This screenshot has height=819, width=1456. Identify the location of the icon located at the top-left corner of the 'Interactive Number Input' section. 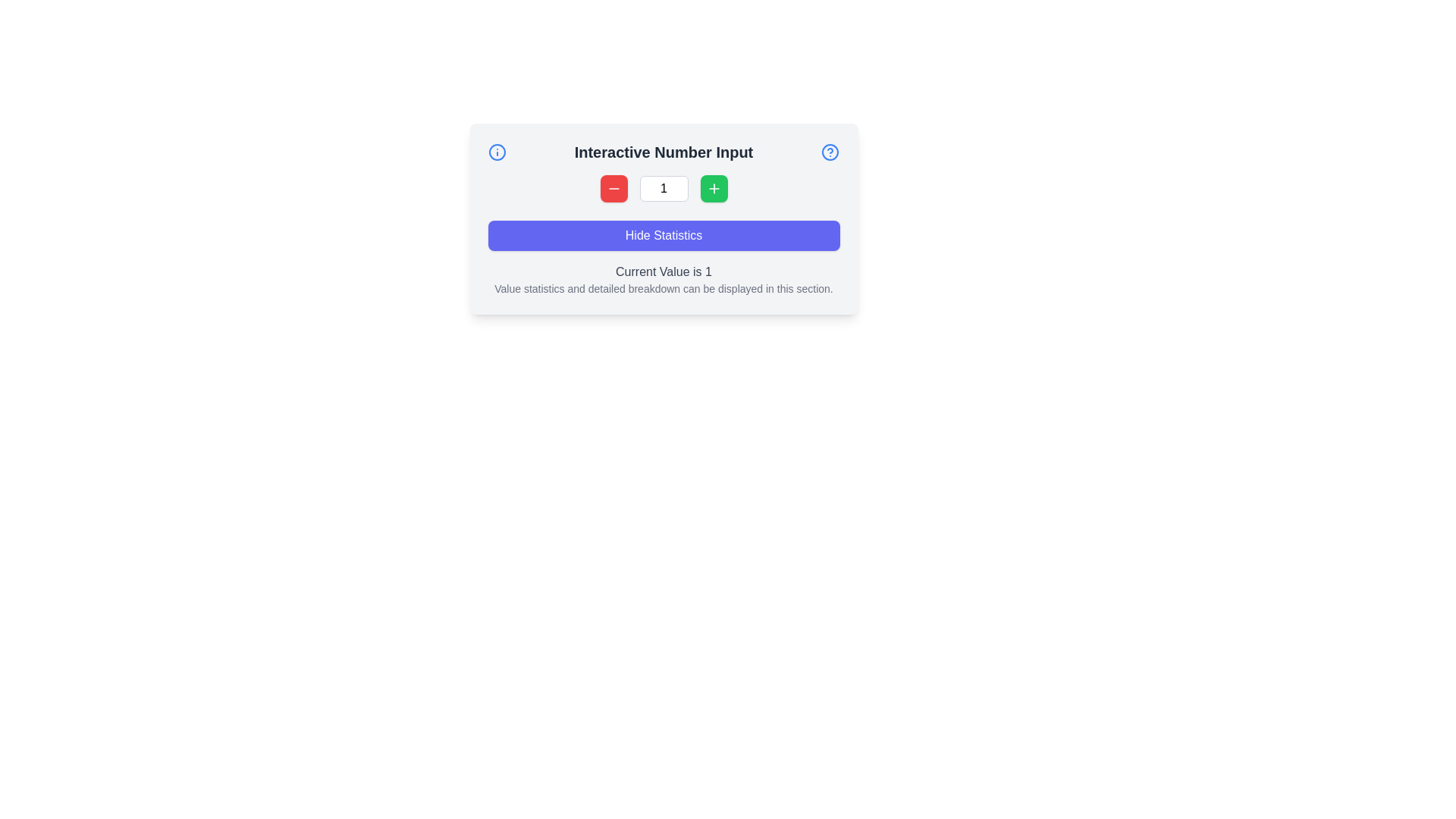
(497, 152).